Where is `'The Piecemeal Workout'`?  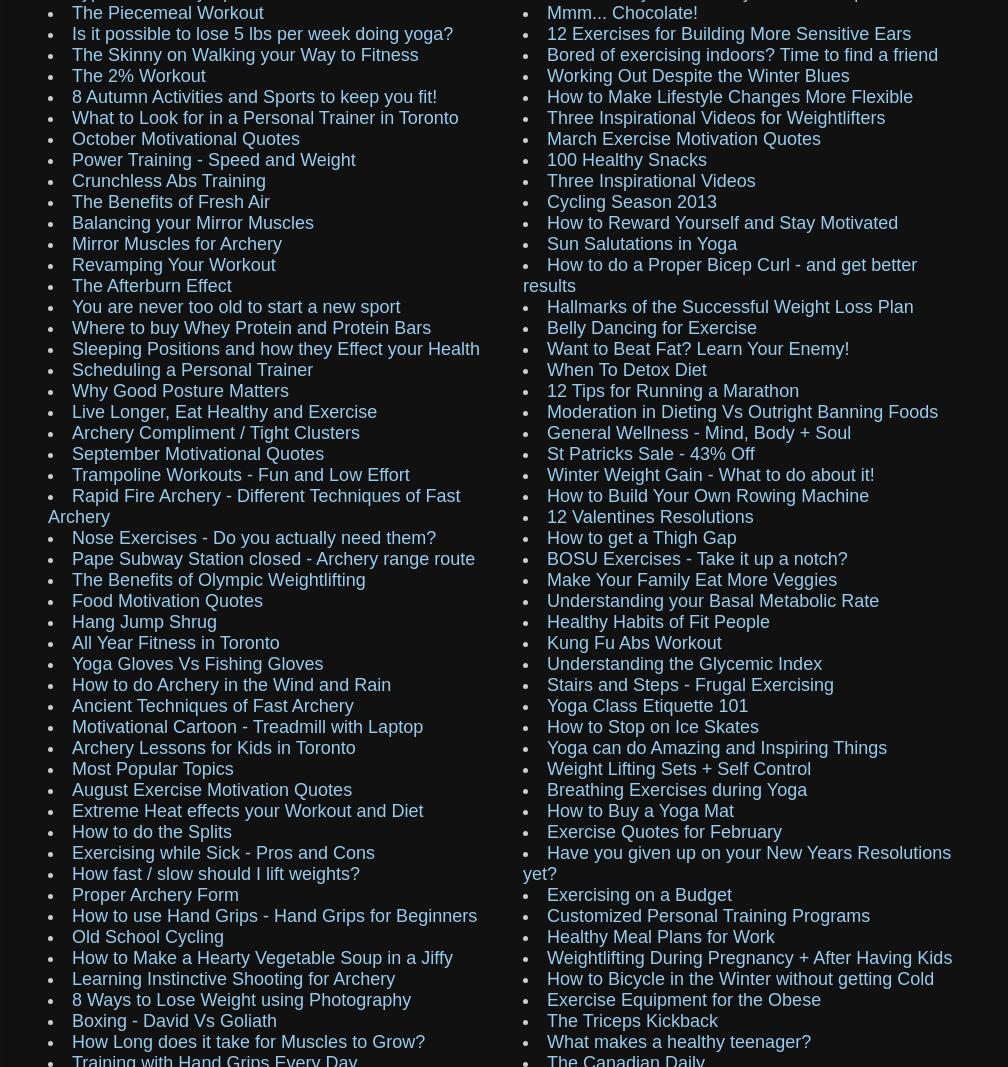
'The Piecemeal Workout' is located at coordinates (167, 10).